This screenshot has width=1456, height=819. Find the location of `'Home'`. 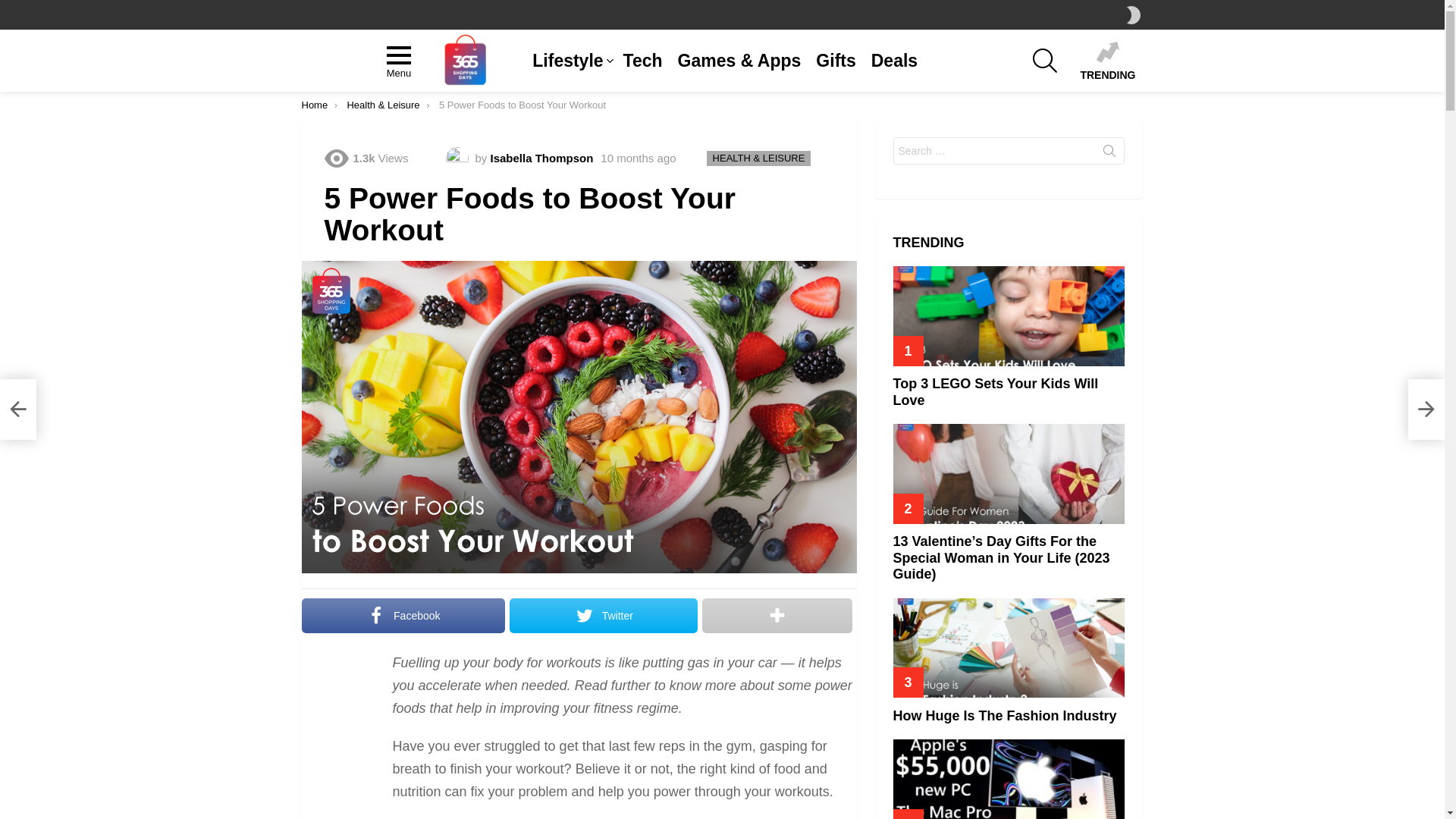

'Home' is located at coordinates (314, 104).